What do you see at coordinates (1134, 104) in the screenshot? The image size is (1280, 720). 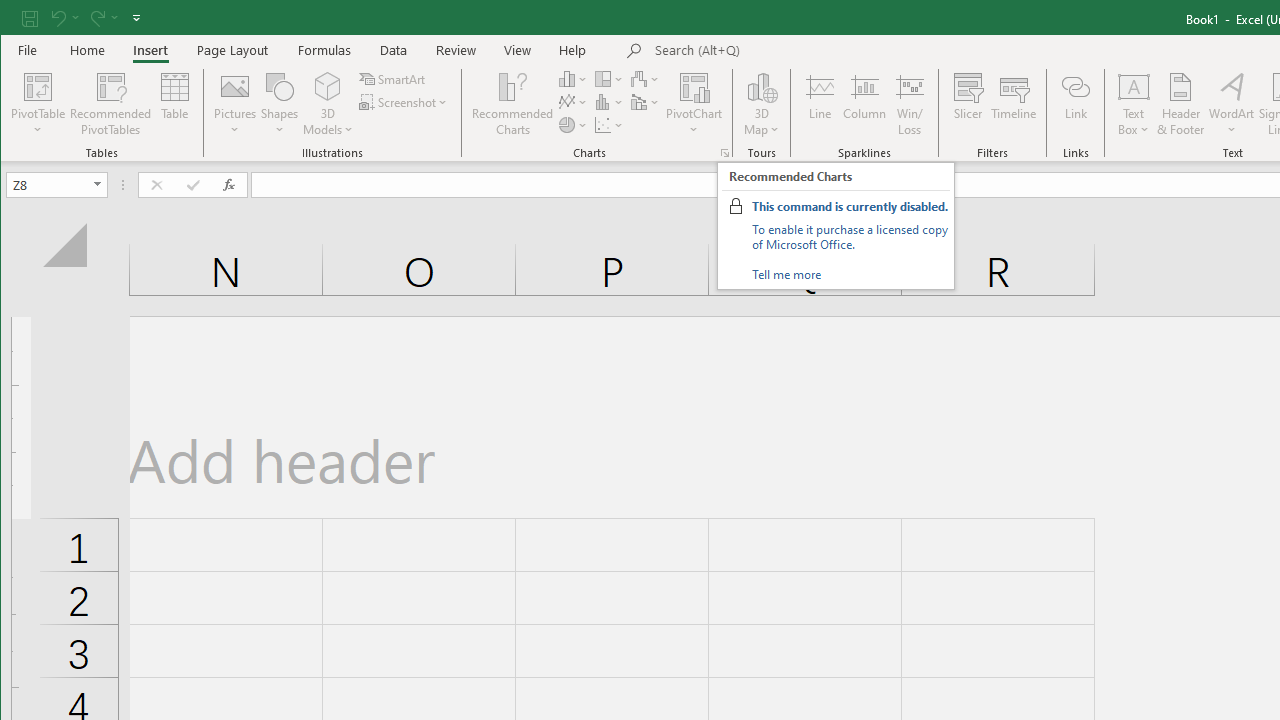 I see `'Text Box'` at bounding box center [1134, 104].